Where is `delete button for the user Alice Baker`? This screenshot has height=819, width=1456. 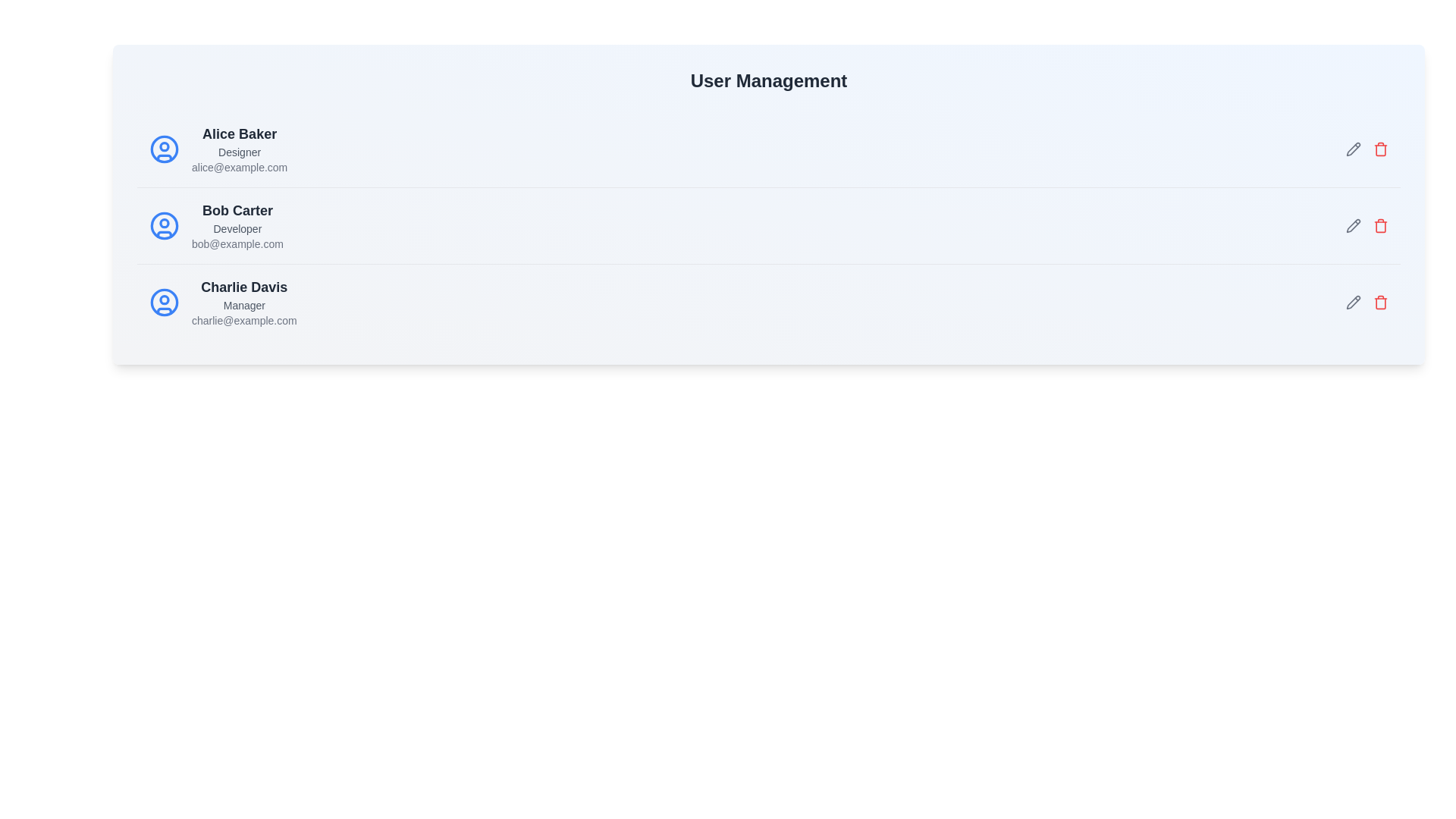 delete button for the user Alice Baker is located at coordinates (1380, 149).